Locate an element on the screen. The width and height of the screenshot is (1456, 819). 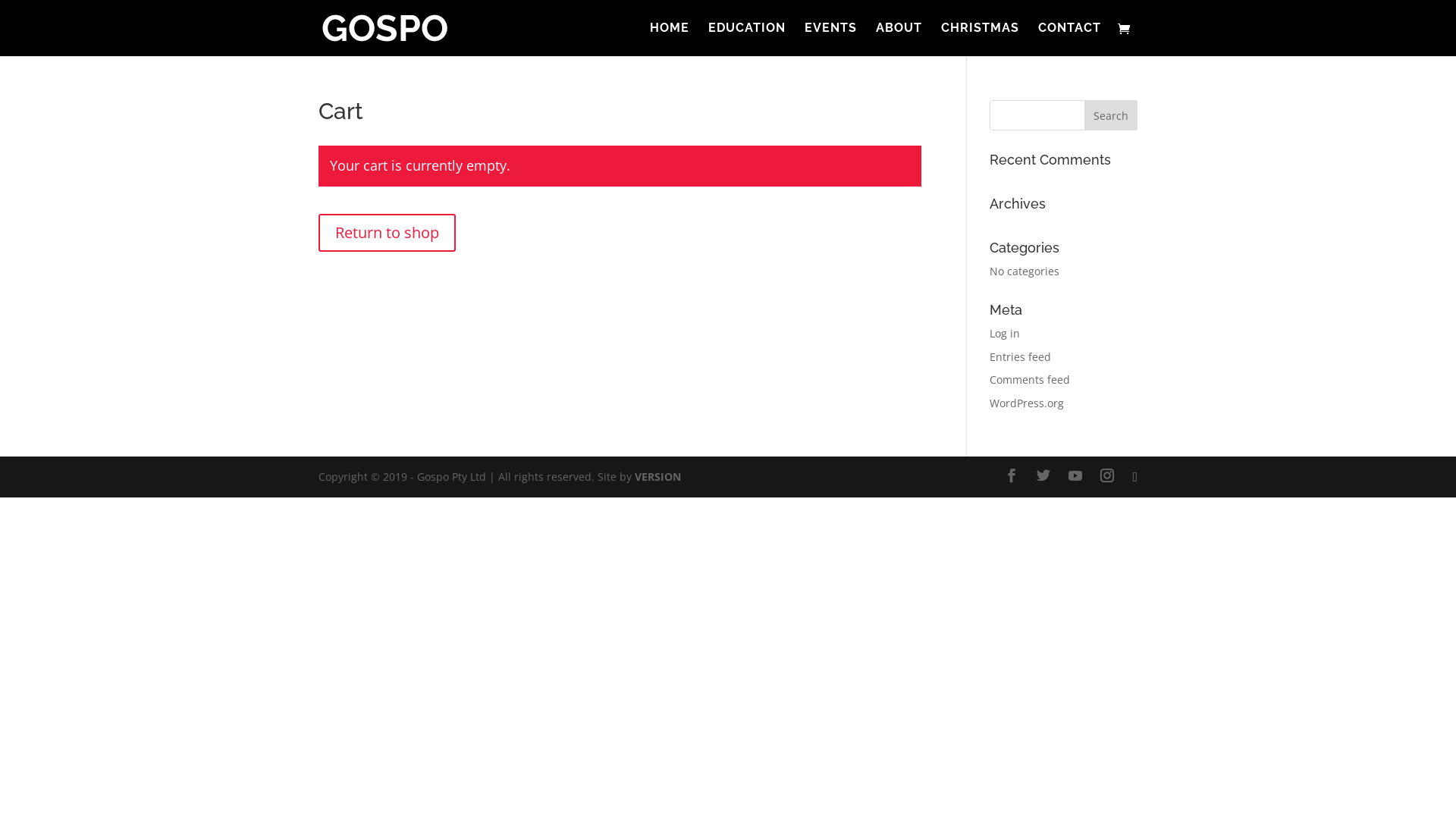
'VERSION' is located at coordinates (657, 475).